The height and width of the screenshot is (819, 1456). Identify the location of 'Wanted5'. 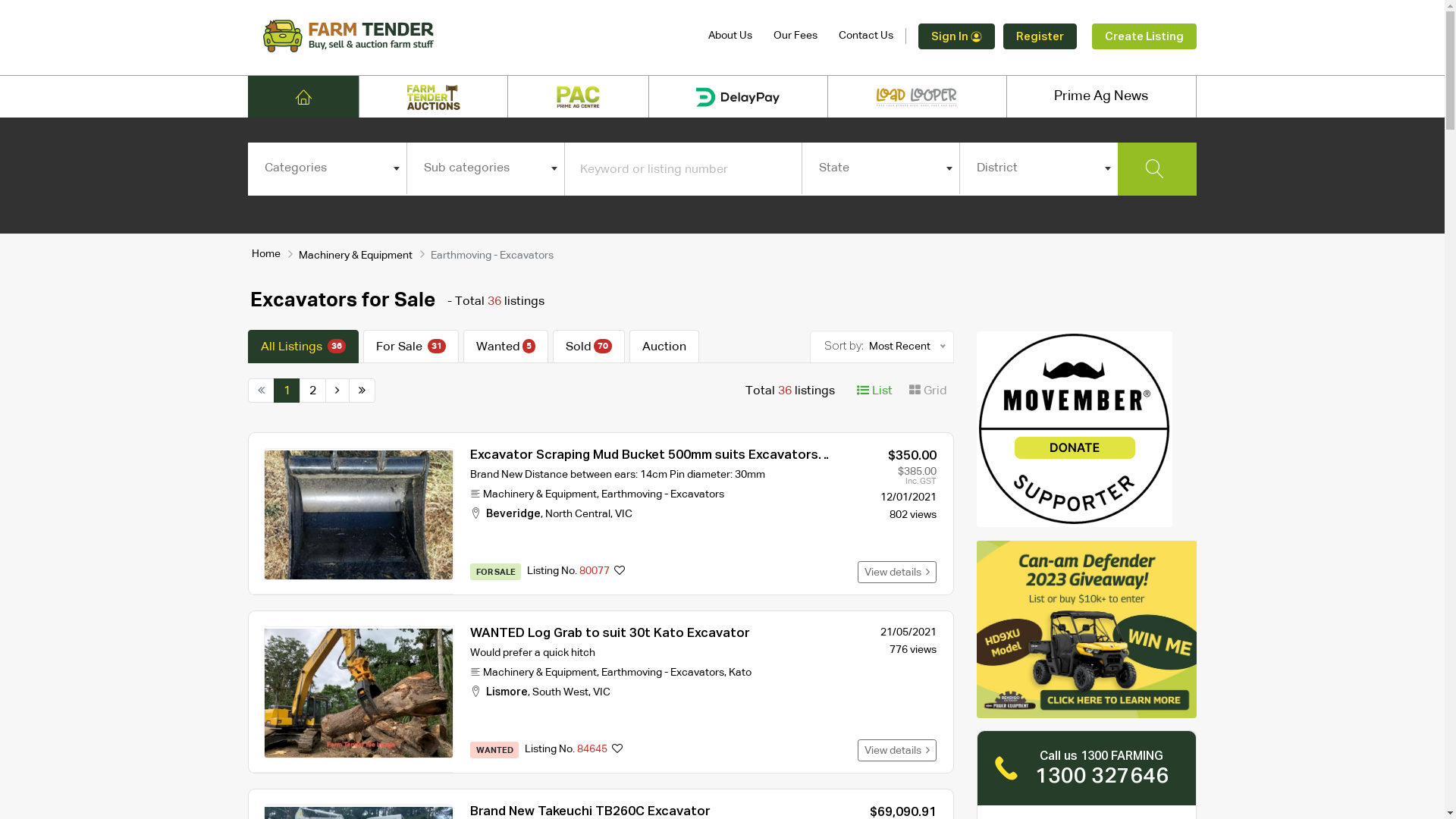
(462, 346).